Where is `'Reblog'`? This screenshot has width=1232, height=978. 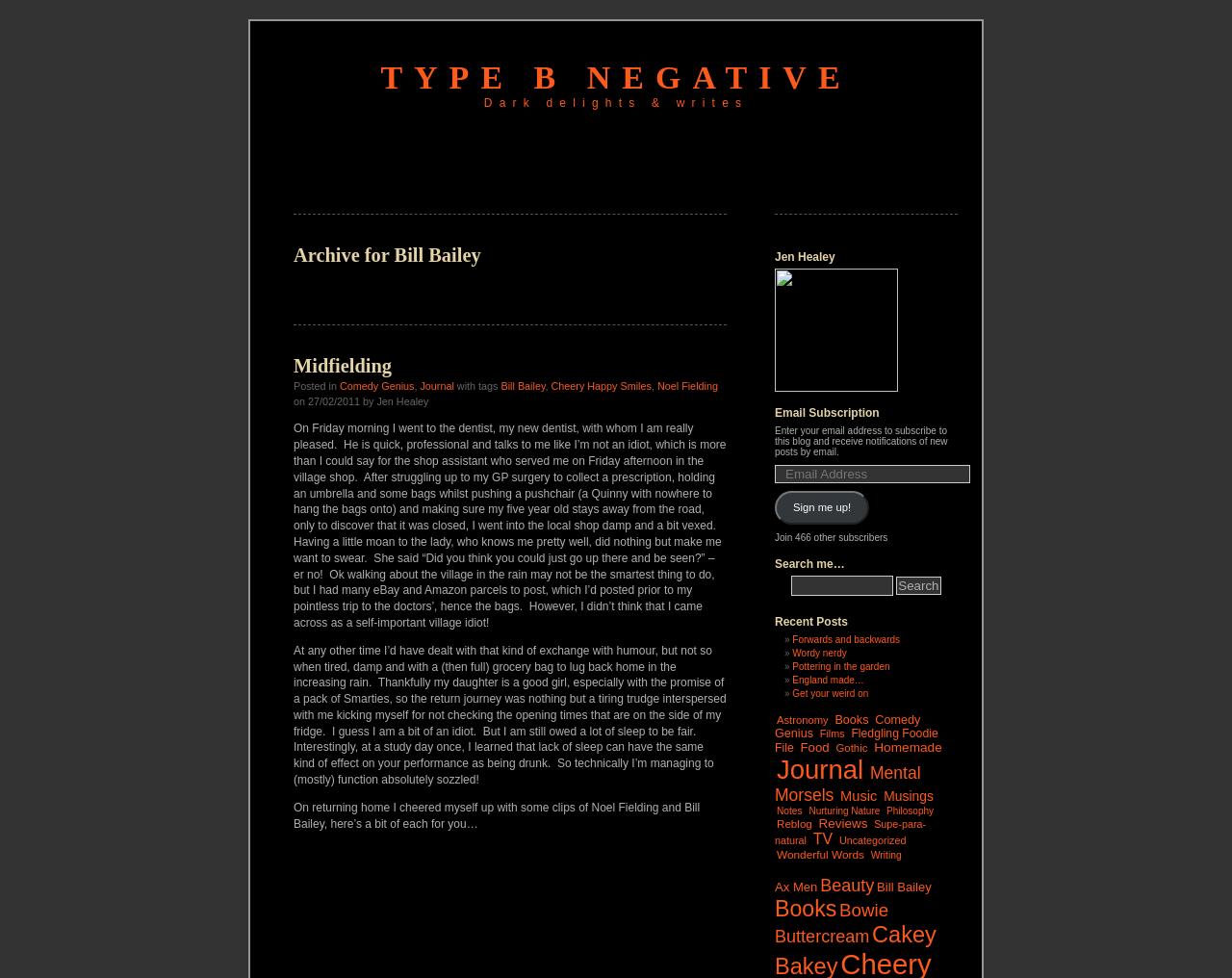 'Reblog' is located at coordinates (777, 822).